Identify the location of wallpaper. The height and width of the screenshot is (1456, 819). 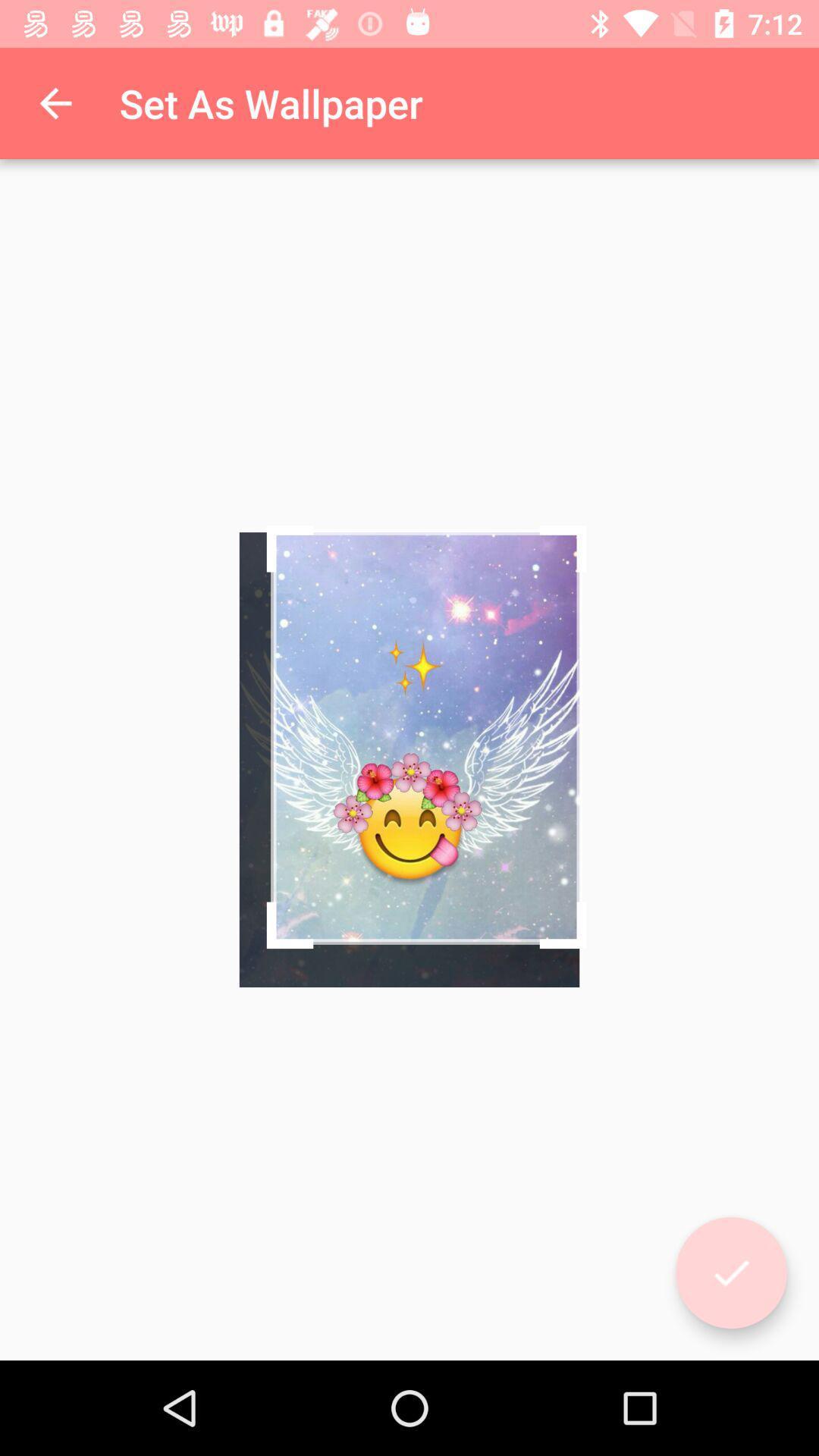
(730, 1272).